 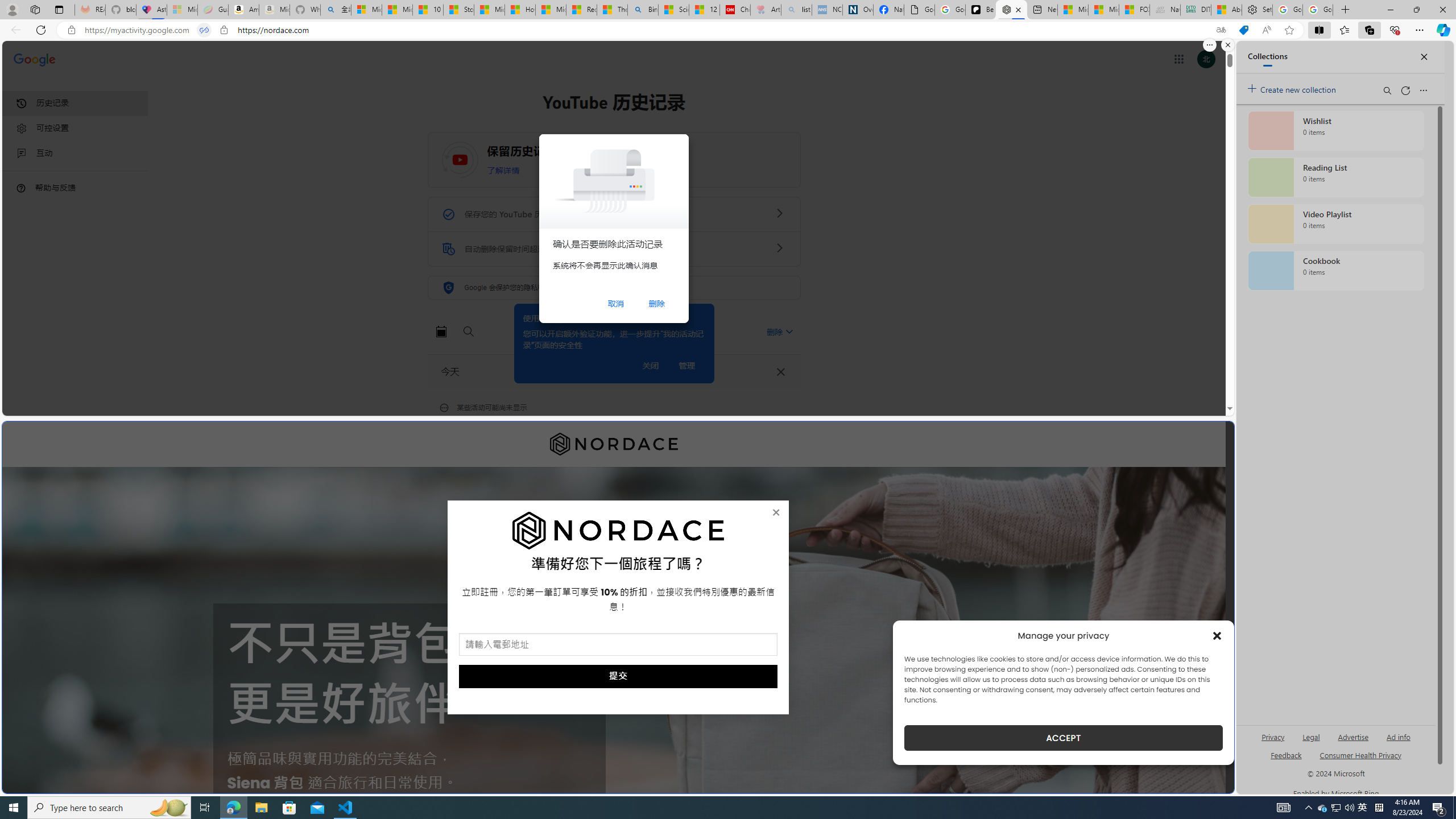 I want to click on 'Arthritis: Ask Health Professionals - Sleeping', so click(x=765, y=9).